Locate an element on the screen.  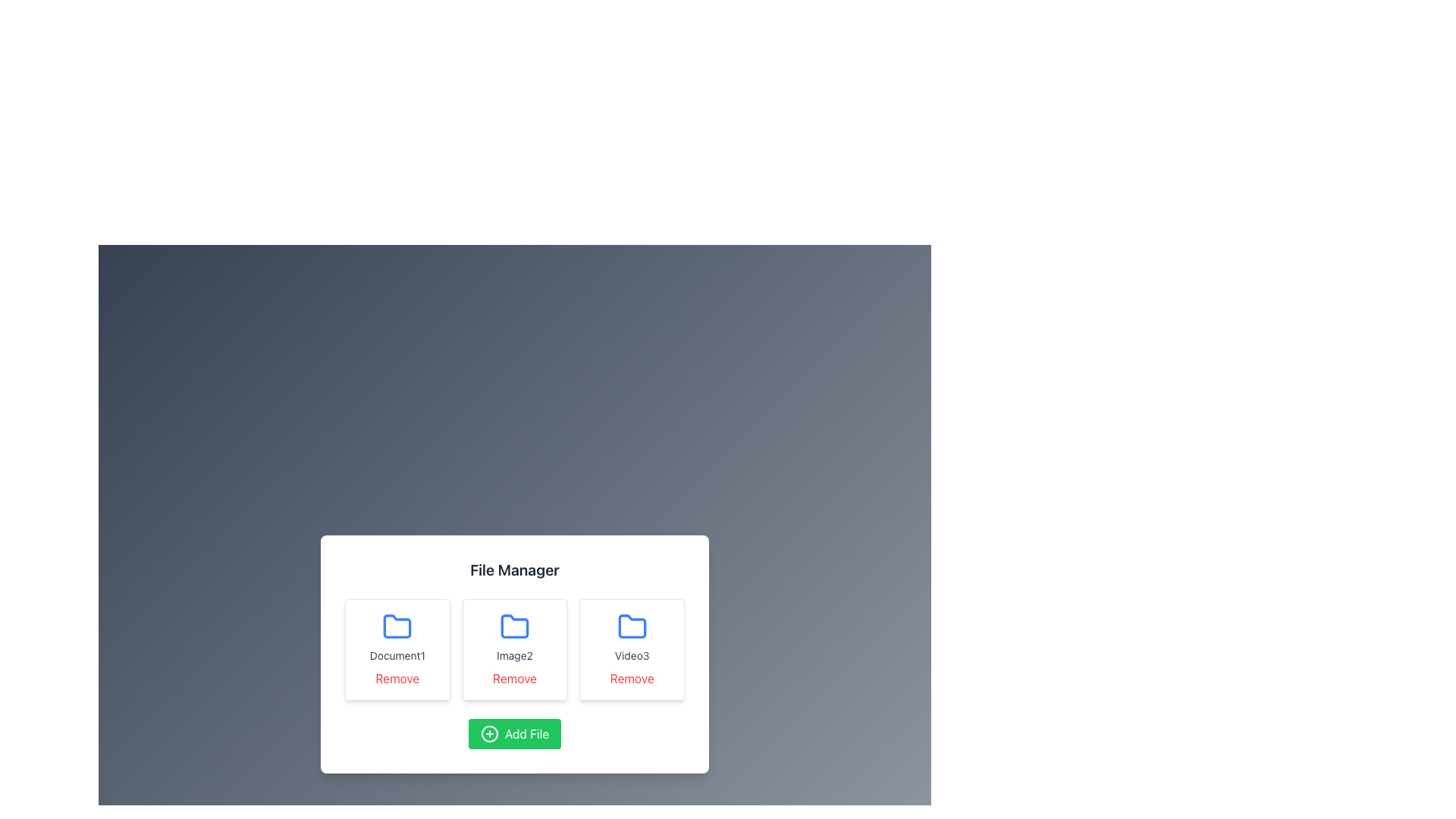
the icon located to the left of the text inside the green 'Add File' button at the bottom center of the File Manager interface to initiate the associated action is located at coordinates (489, 733).